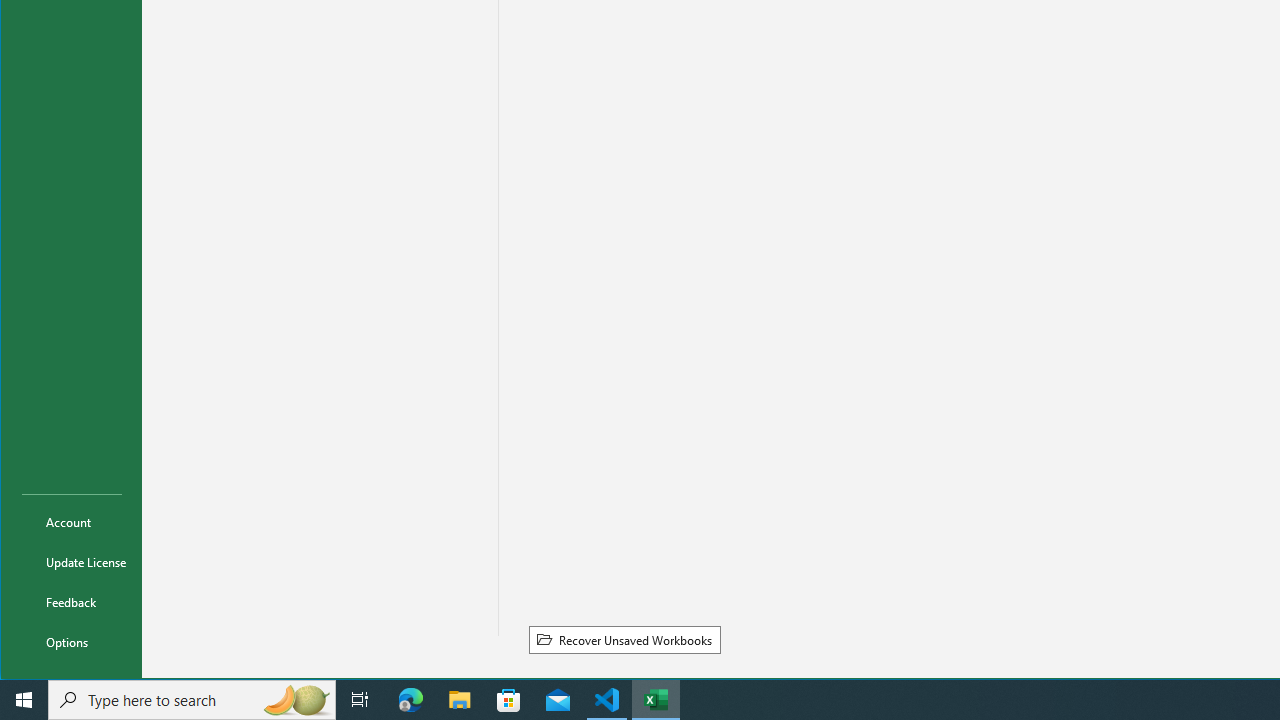 This screenshot has width=1280, height=720. I want to click on 'Recover Unsaved Workbooks', so click(623, 639).